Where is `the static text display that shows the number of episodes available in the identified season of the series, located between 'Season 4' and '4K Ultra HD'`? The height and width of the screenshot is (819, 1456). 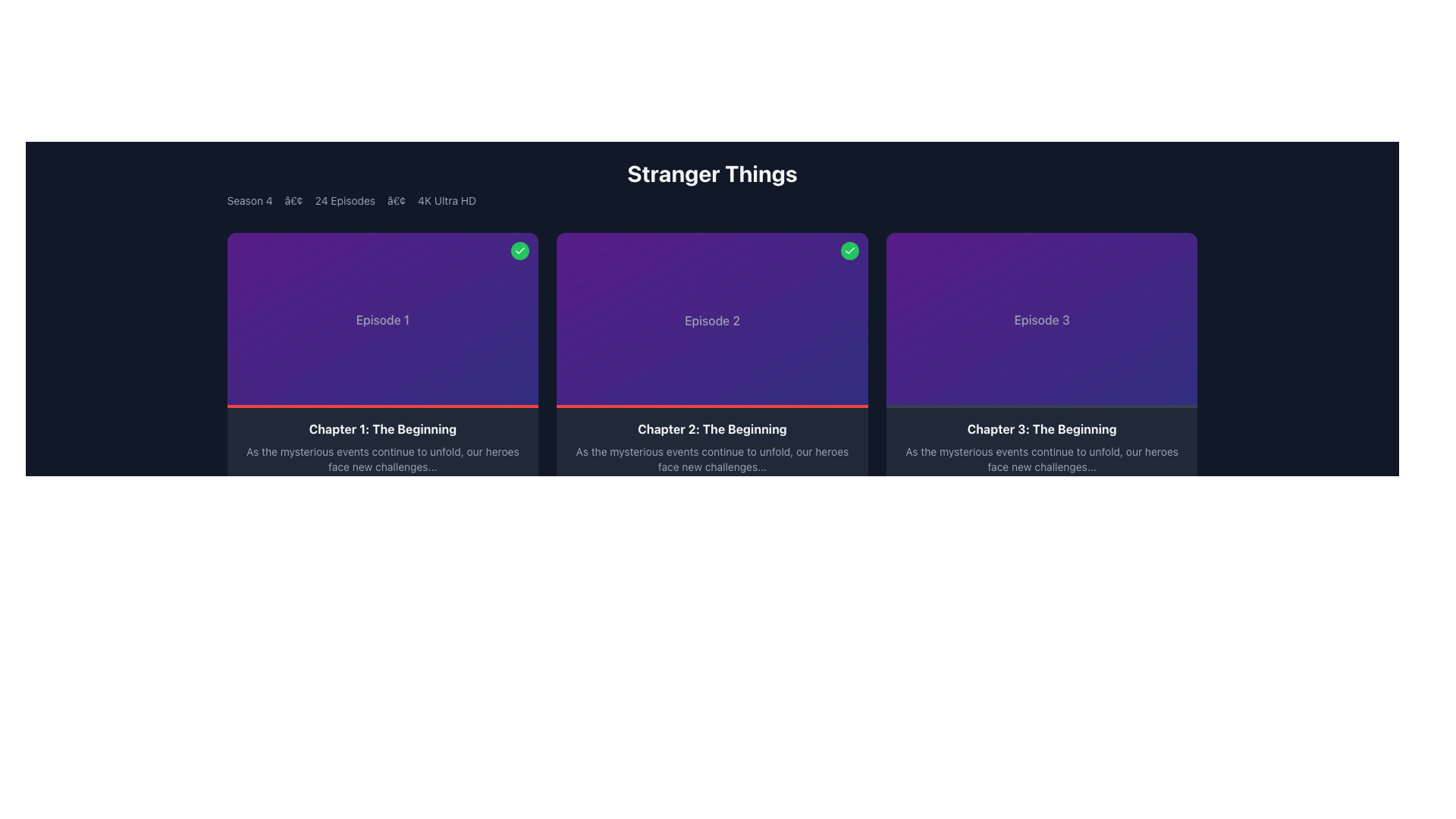 the static text display that shows the number of episodes available in the identified season of the series, located between 'Season 4' and '4K Ultra HD' is located at coordinates (344, 200).